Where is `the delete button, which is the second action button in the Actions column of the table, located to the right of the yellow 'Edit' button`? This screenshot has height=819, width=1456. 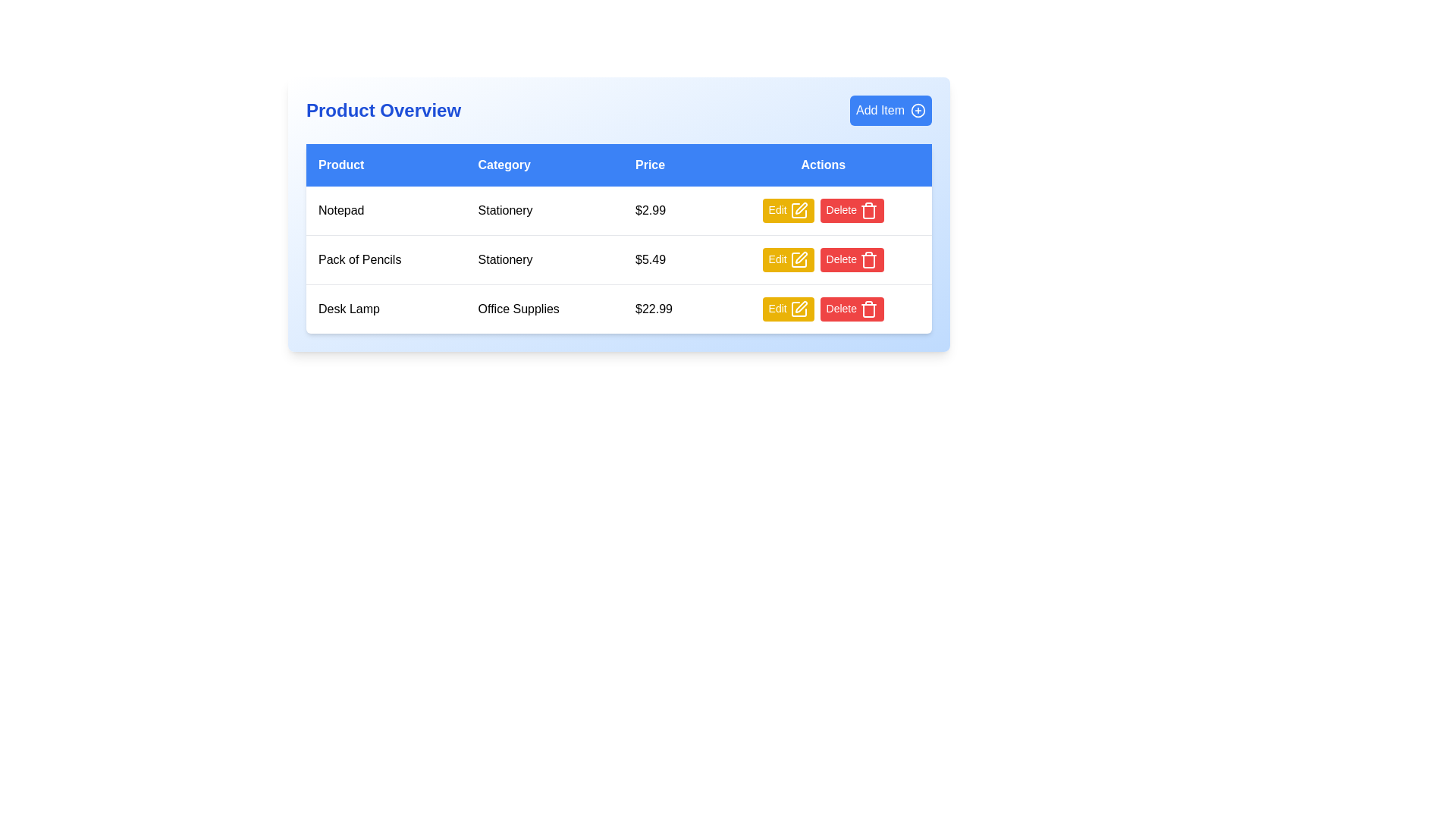
the delete button, which is the second action button in the Actions column of the table, located to the right of the yellow 'Edit' button is located at coordinates (852, 309).